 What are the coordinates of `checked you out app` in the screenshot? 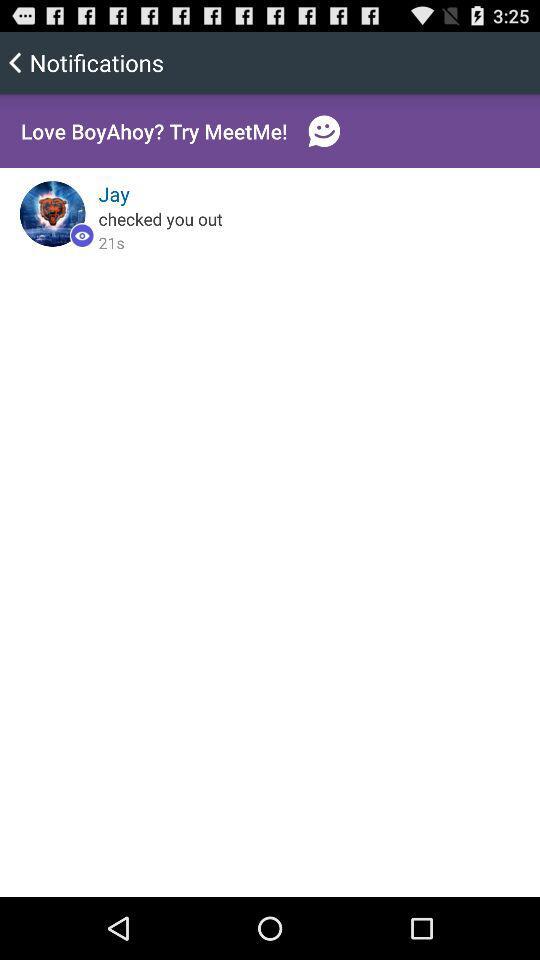 It's located at (159, 218).